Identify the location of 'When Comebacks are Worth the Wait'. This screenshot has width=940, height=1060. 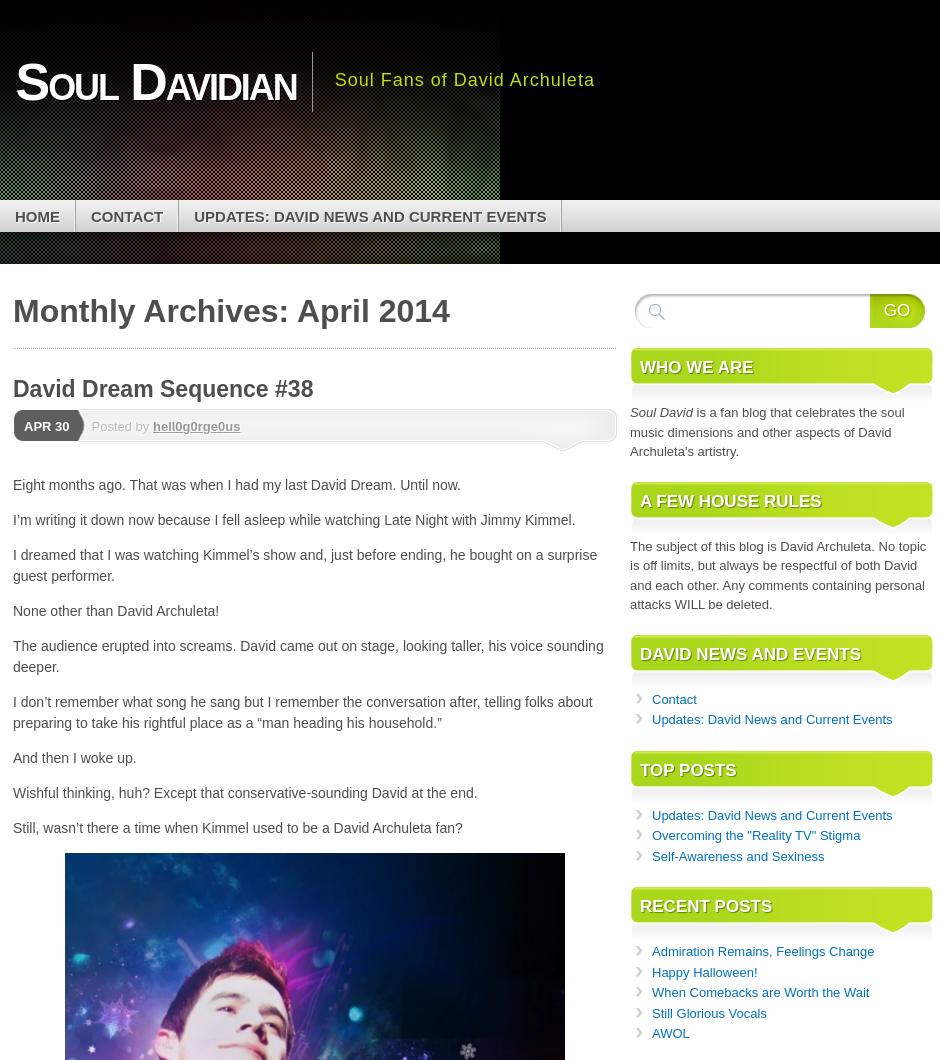
(651, 991).